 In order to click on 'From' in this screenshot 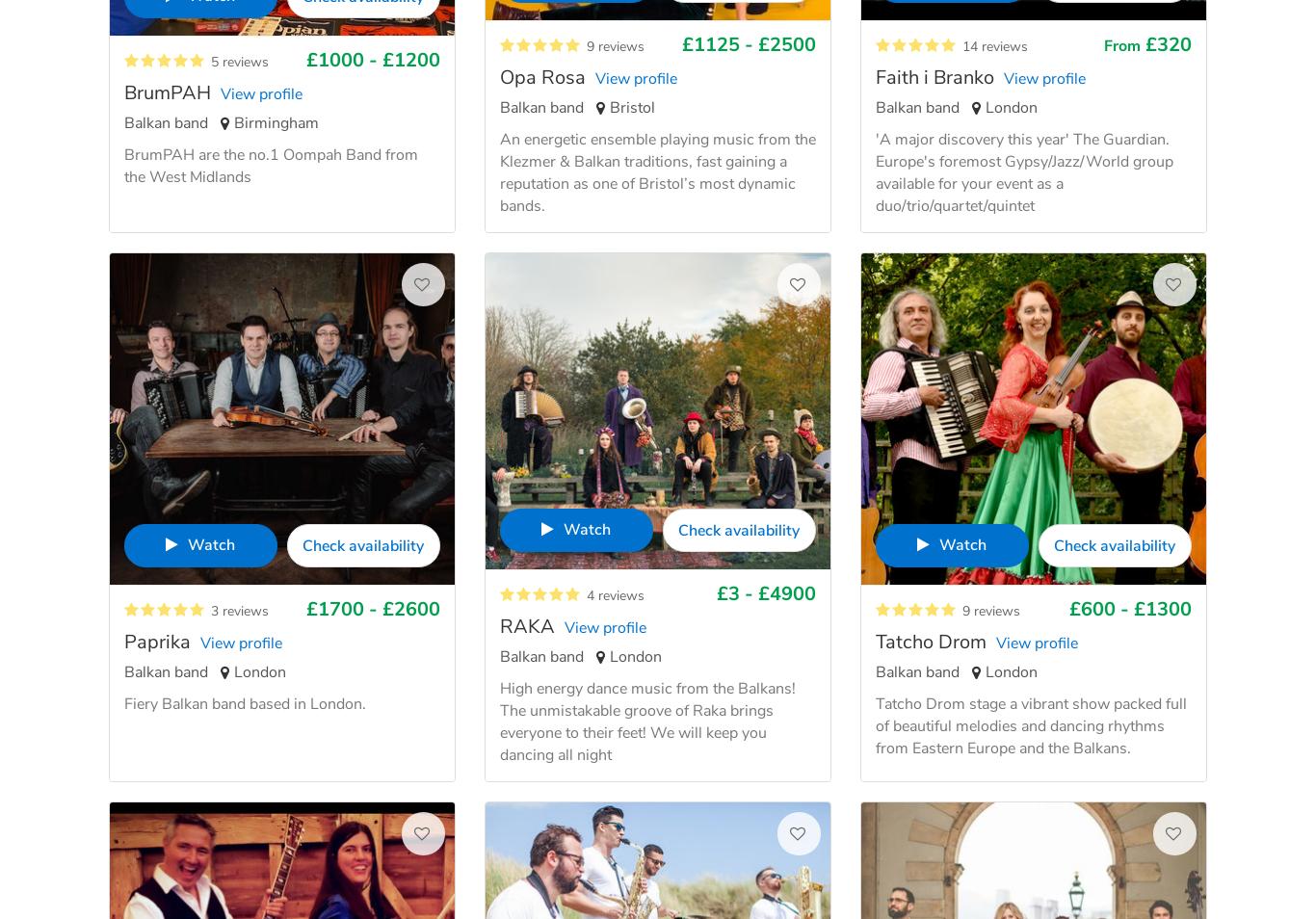, I will do `click(1103, 44)`.